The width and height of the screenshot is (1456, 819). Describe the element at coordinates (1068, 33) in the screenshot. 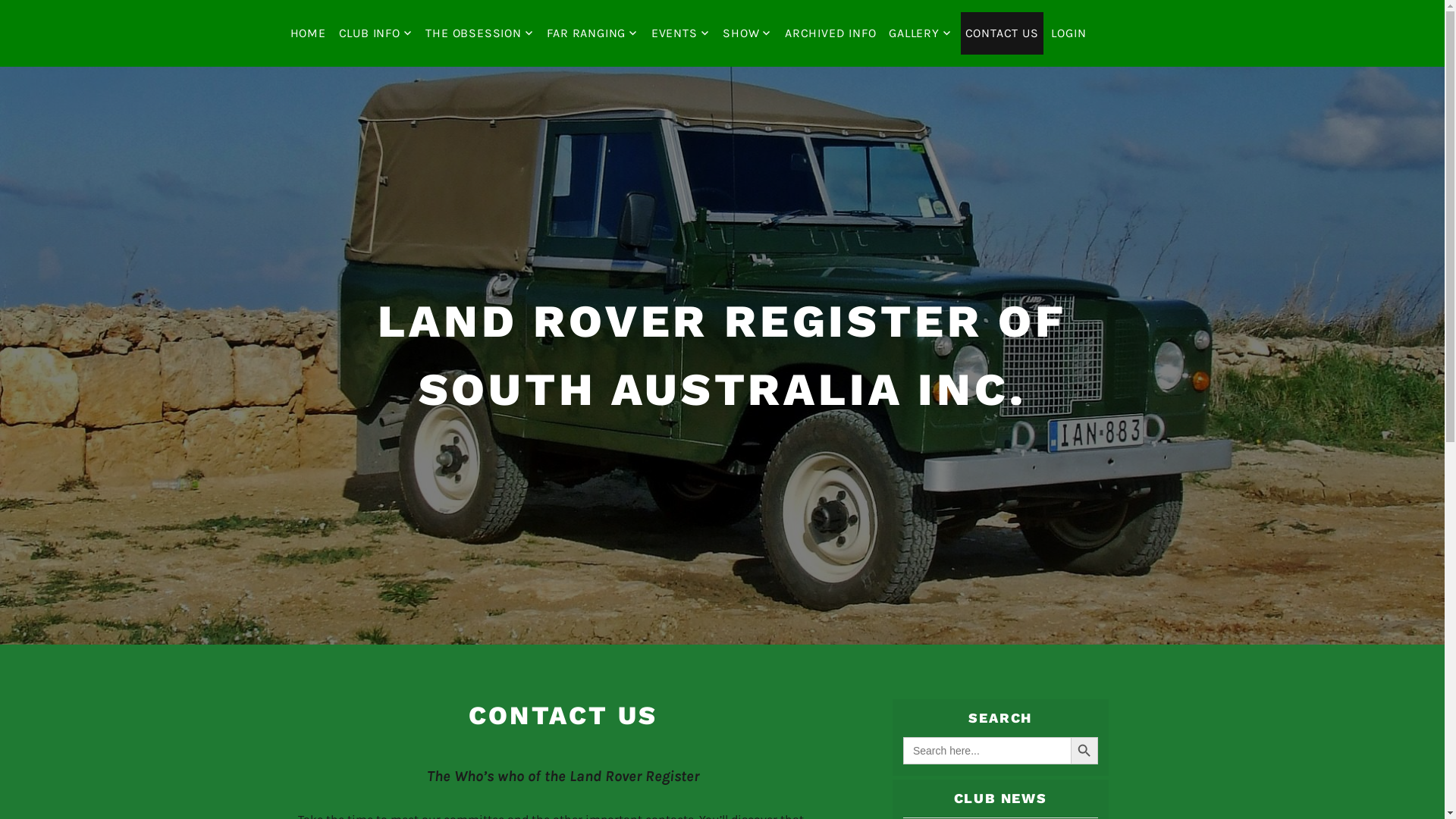

I see `'LOGIN'` at that location.